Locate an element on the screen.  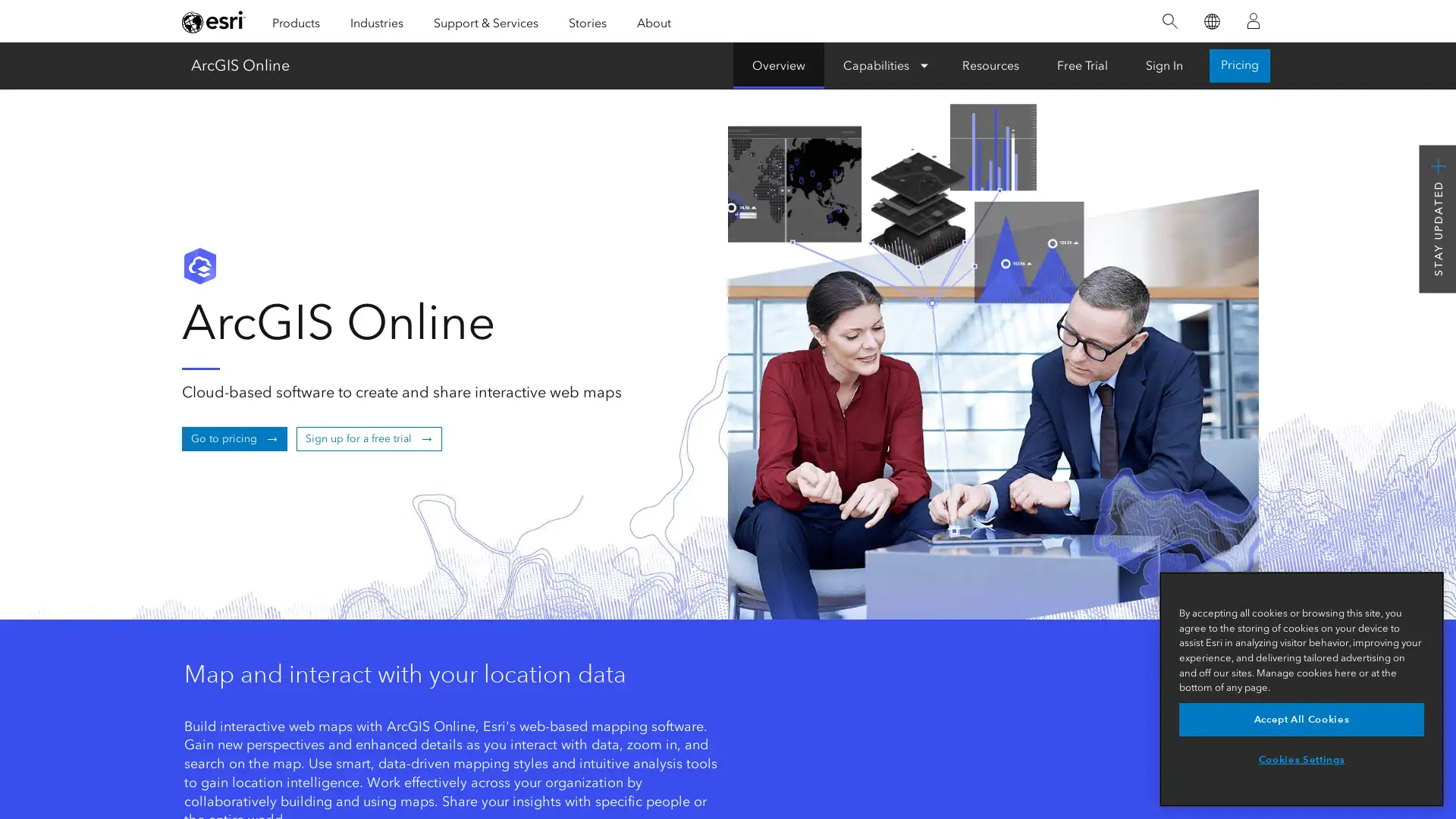
About is located at coordinates (654, 20).